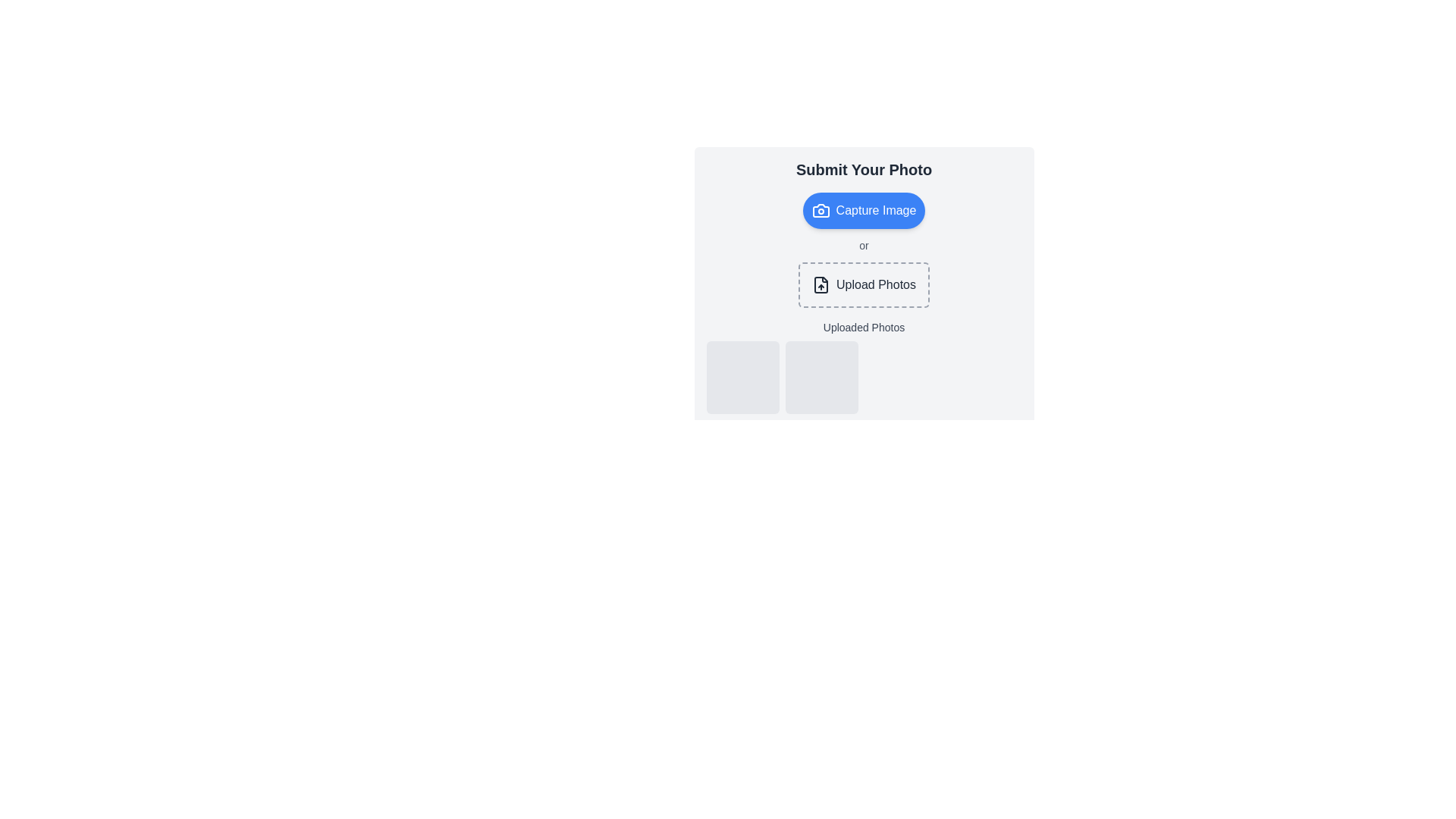 The image size is (1456, 819). Describe the element at coordinates (864, 327) in the screenshot. I see `the 'Uploaded Photos' text label, which is a small, grayish text label positioned beneath the 'Upload Photos' button` at that location.